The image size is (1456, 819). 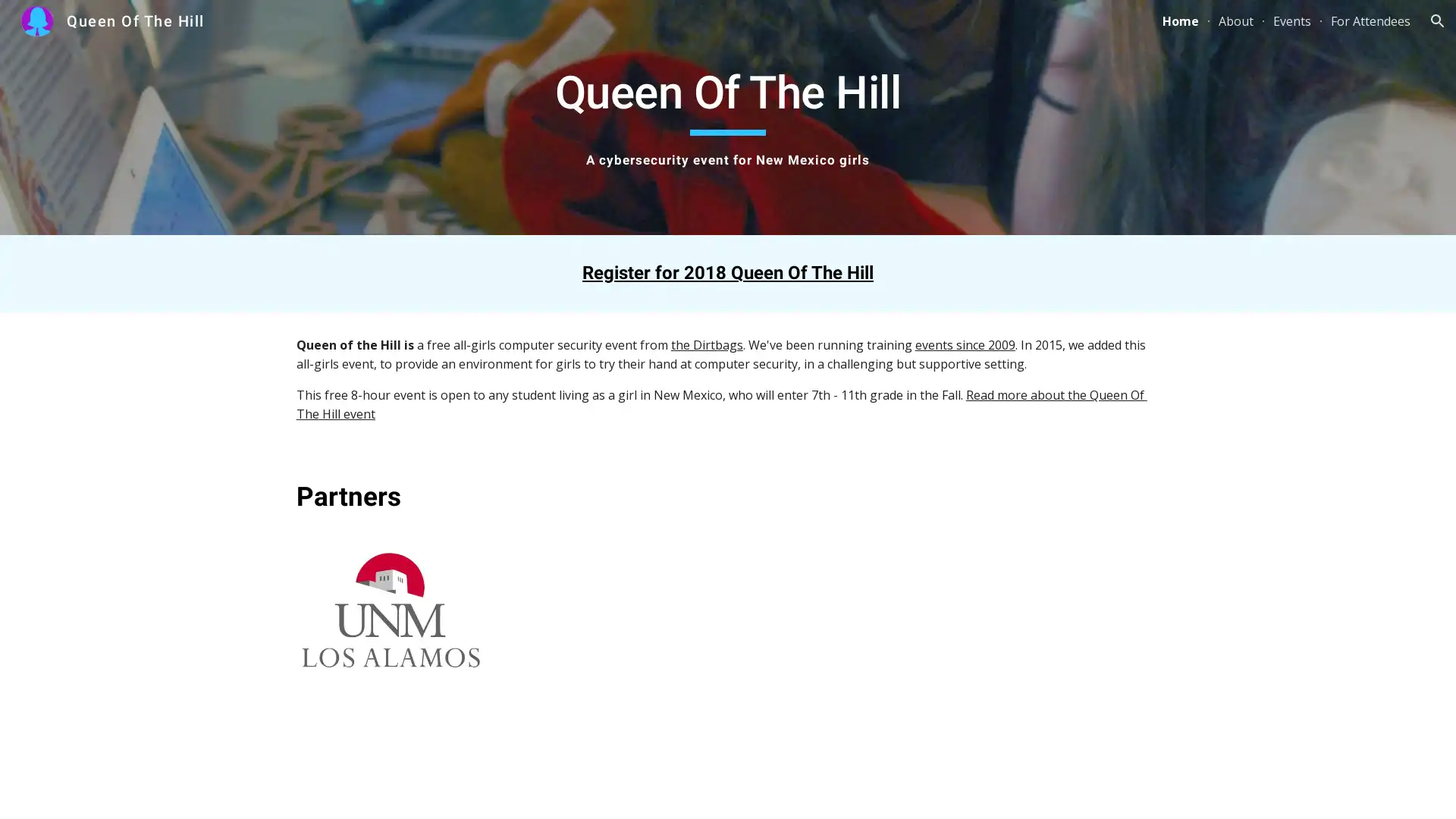 I want to click on Copy heading link, so click(x=418, y=497).